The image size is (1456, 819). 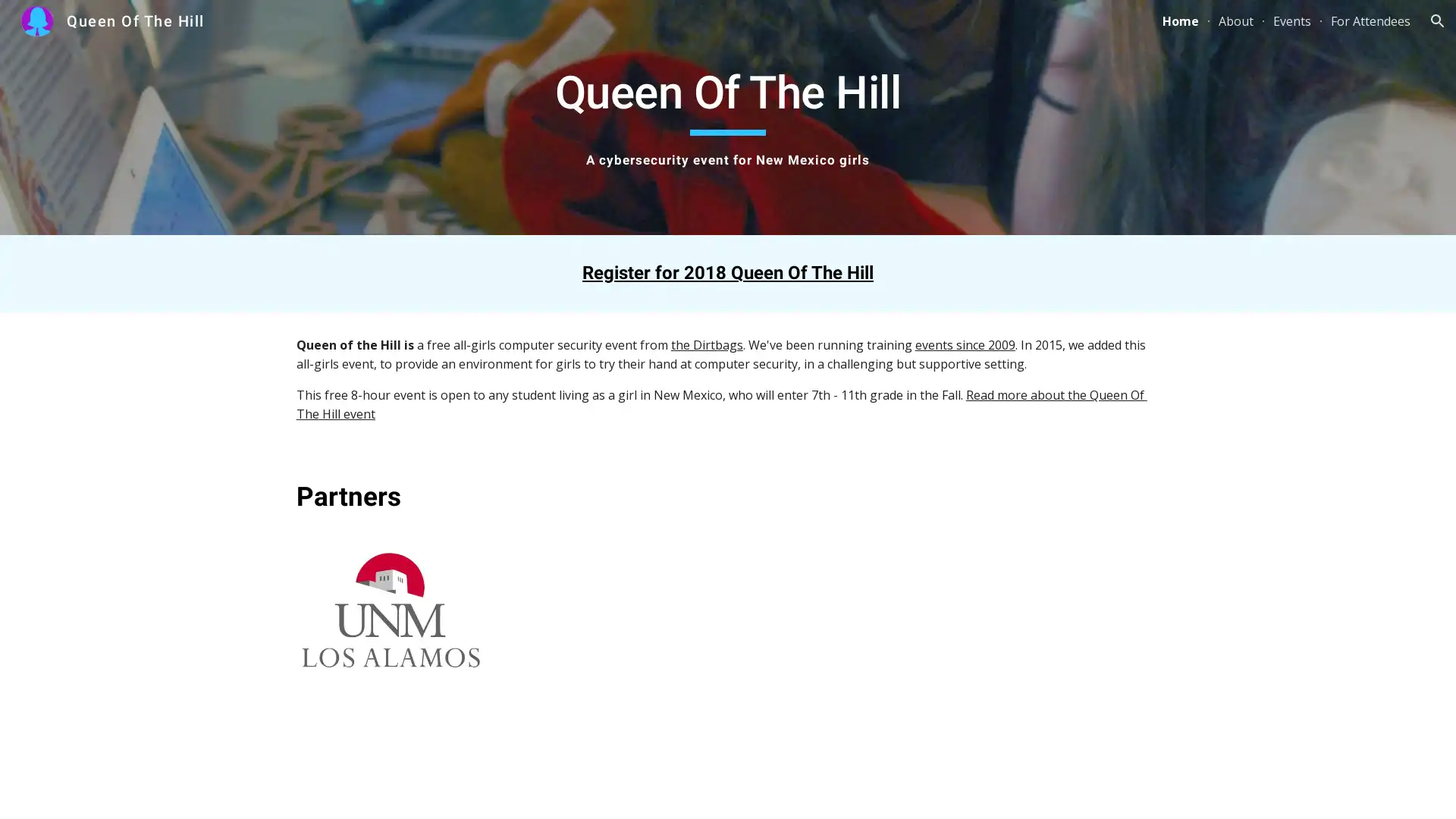 I want to click on Copy heading link, so click(x=418, y=497).